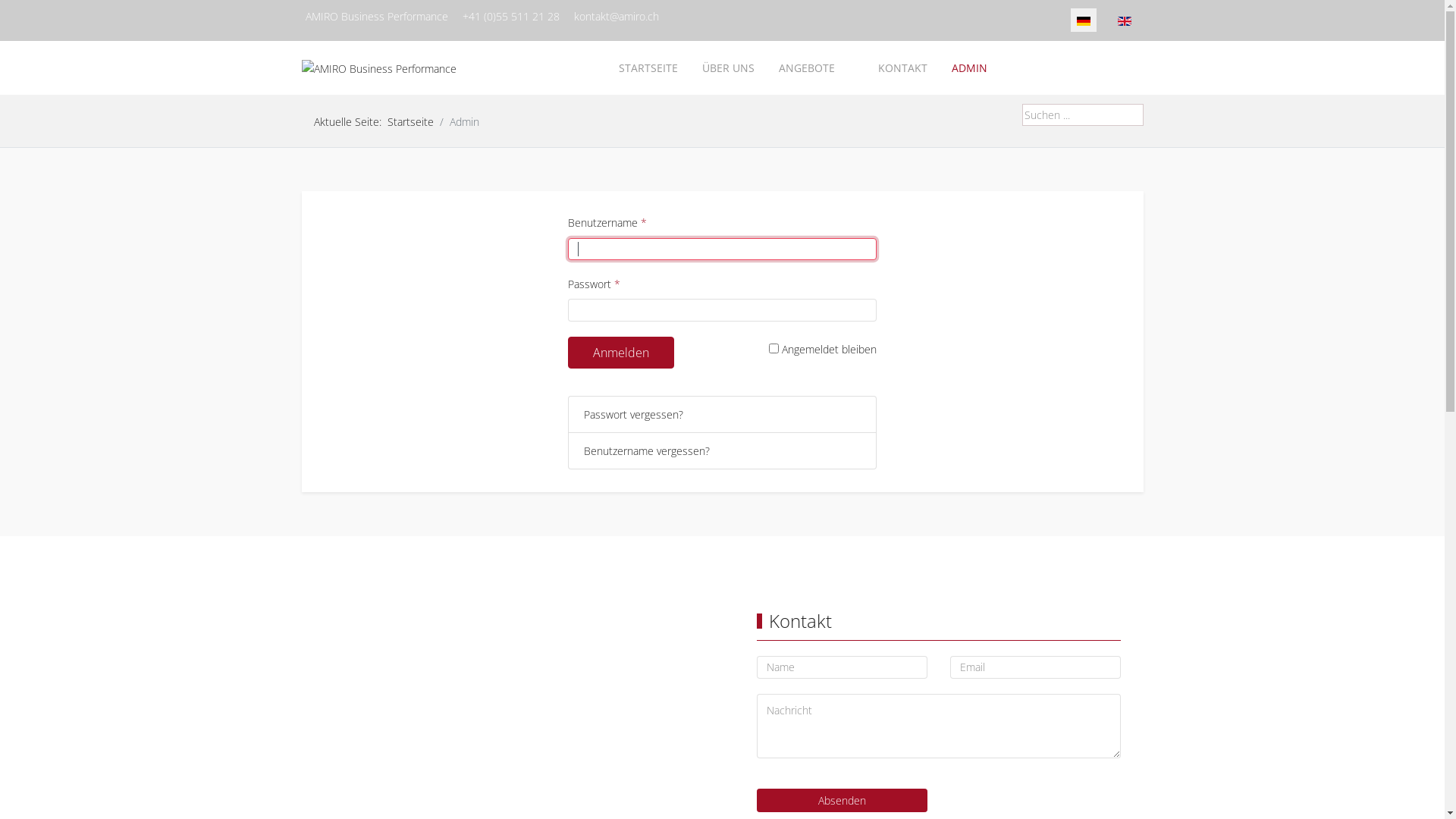 The image size is (1456, 819). I want to click on '+41 (0)55 511 21 28', so click(461, 16).